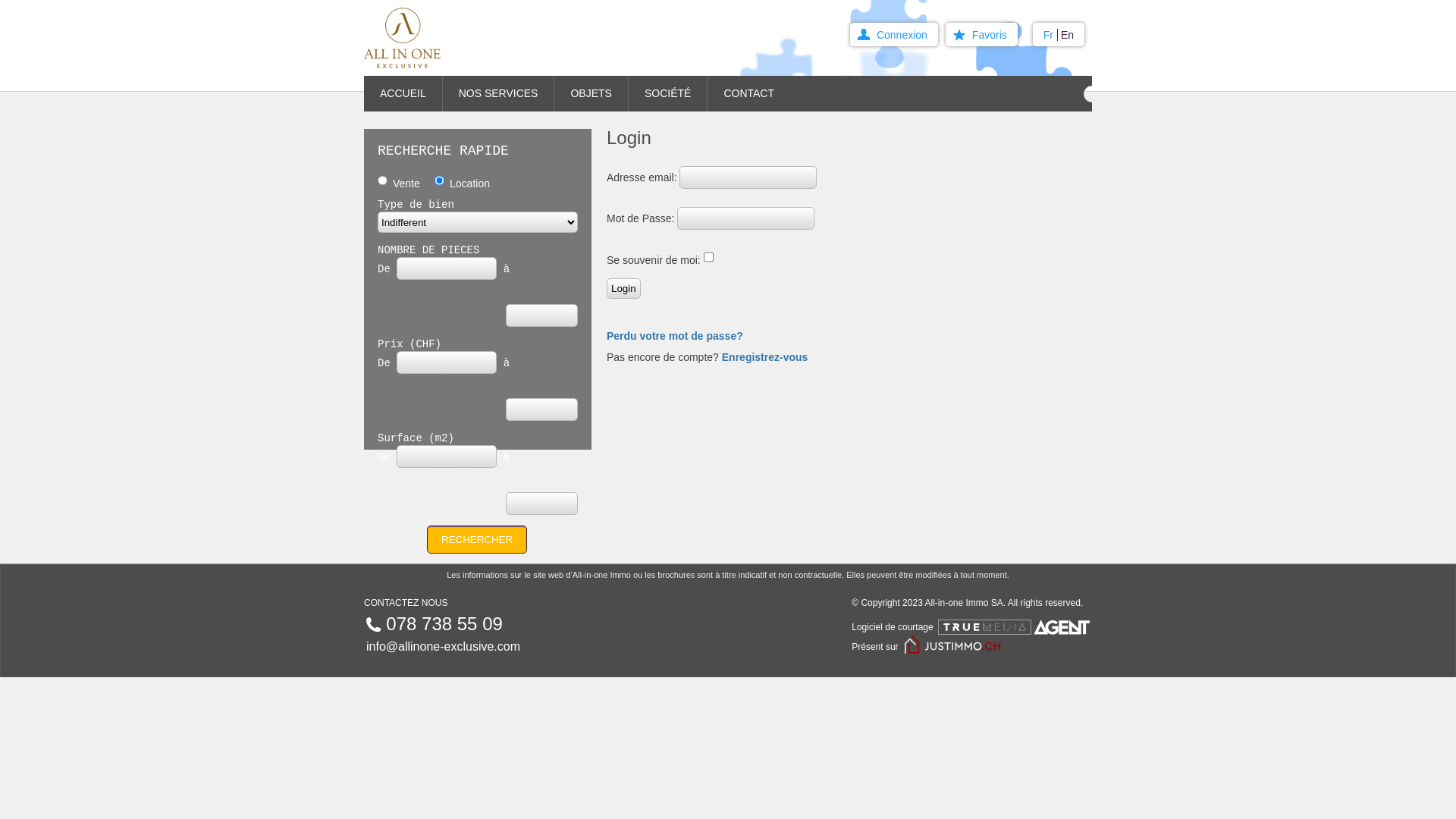 The height and width of the screenshot is (819, 1456). I want to click on 'RECHERCHER', so click(475, 538).